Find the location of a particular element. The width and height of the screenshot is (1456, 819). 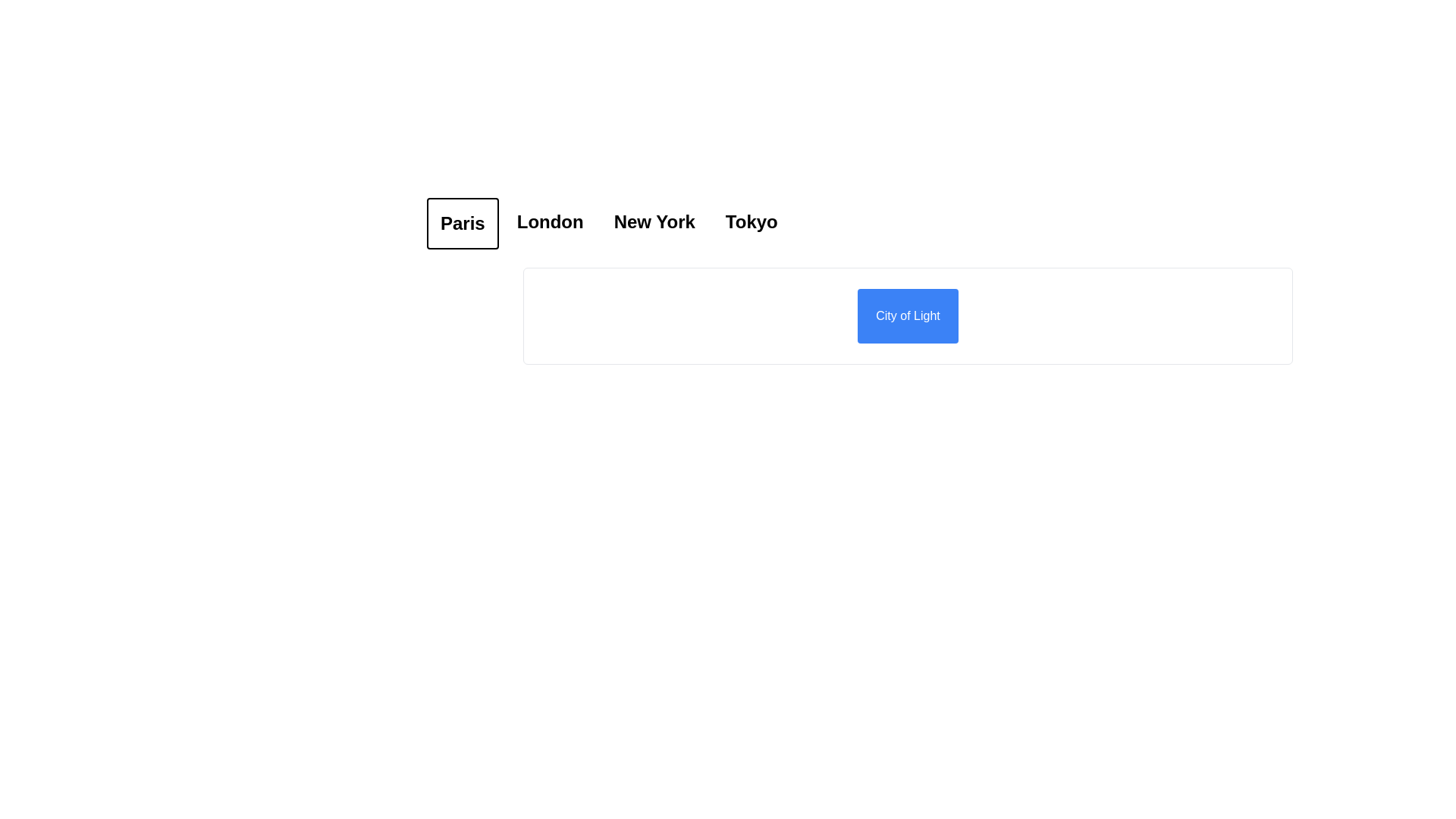

text label that displays 'London', which is the second element in a series of city names, positioned centrally in a horizontal list between 'Paris' and 'New York' is located at coordinates (549, 222).